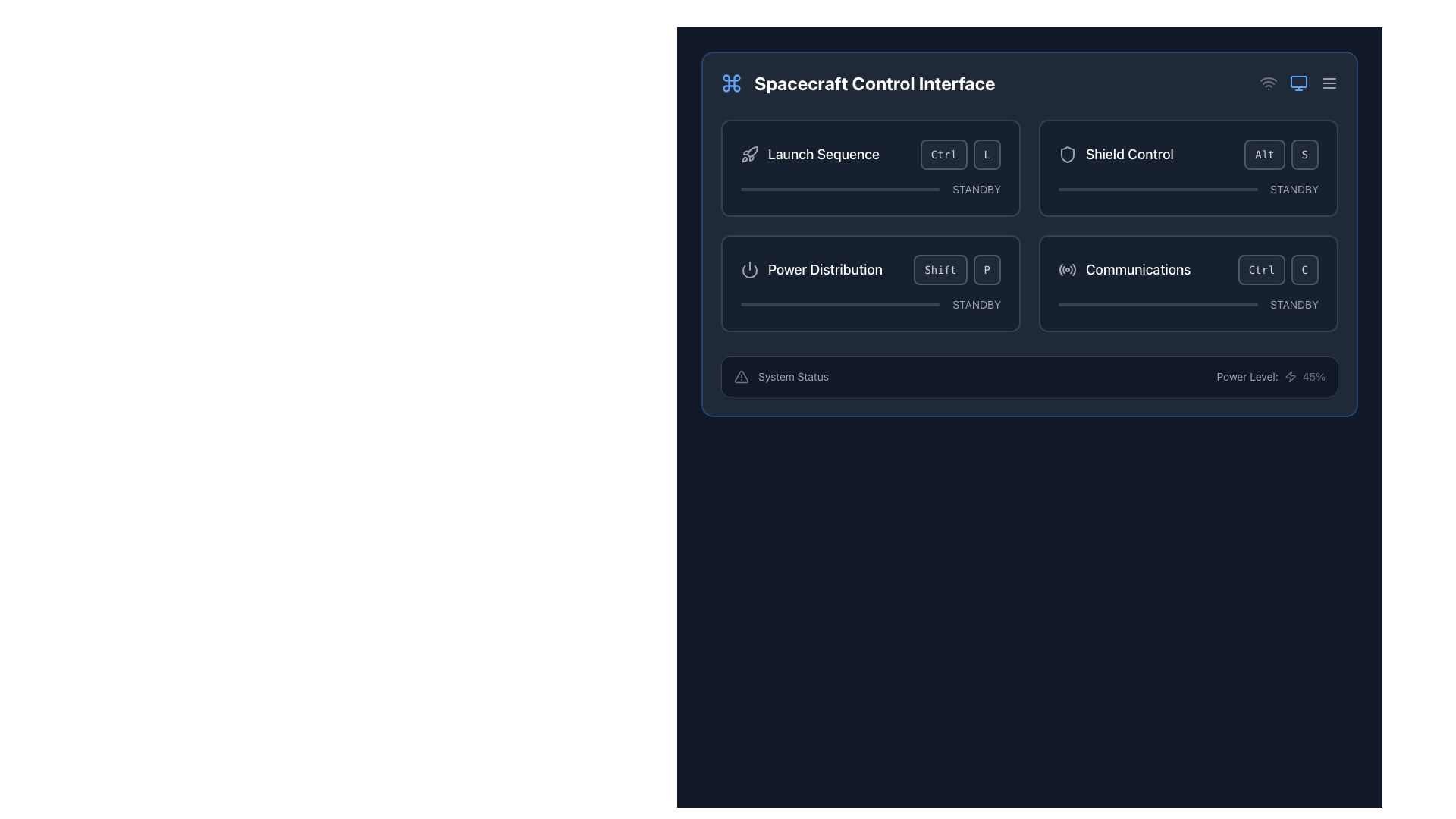  I want to click on the shield control, so click(1189, 189).